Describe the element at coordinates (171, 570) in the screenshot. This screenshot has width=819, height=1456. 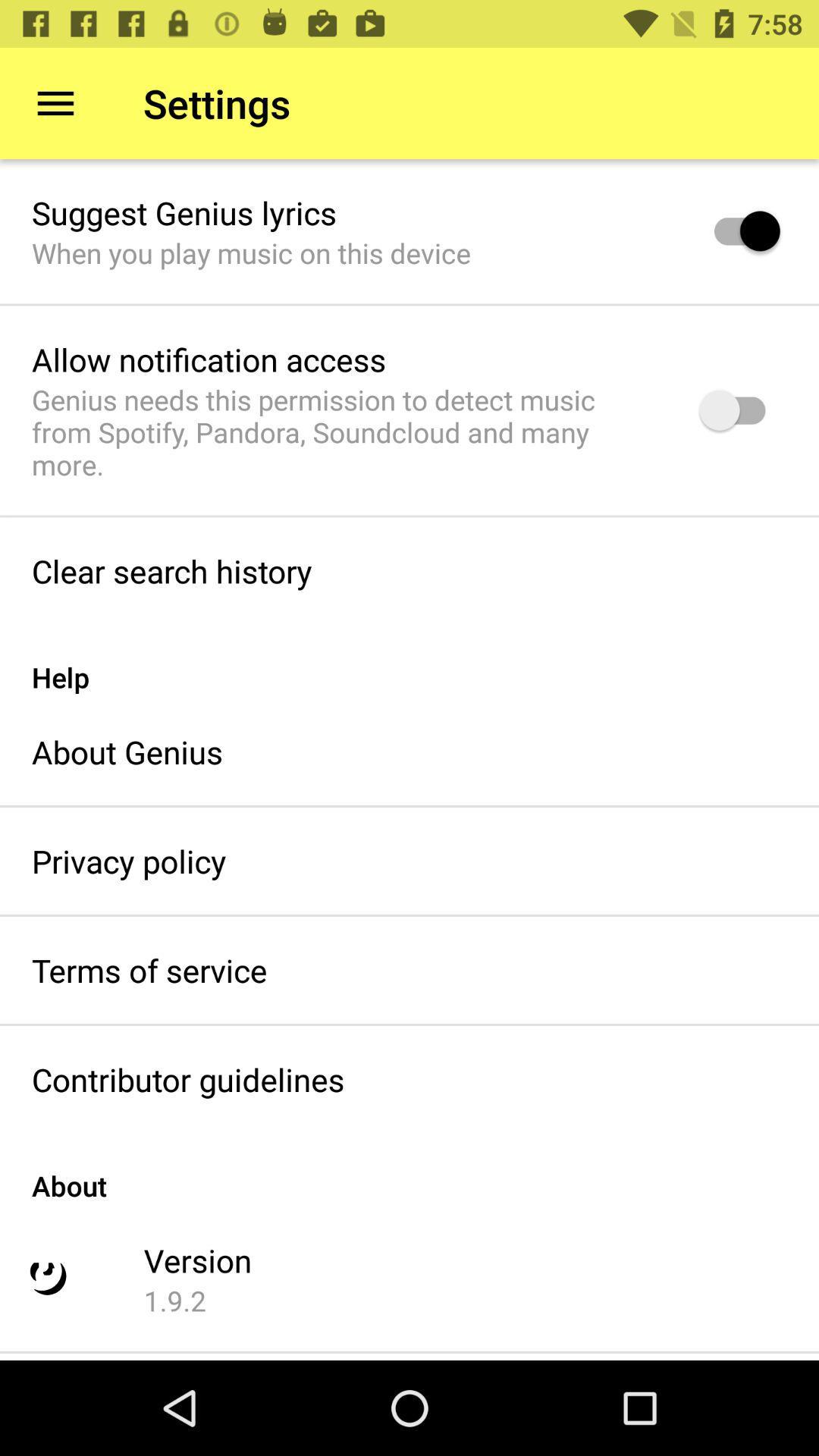
I see `the item above the help icon` at that location.